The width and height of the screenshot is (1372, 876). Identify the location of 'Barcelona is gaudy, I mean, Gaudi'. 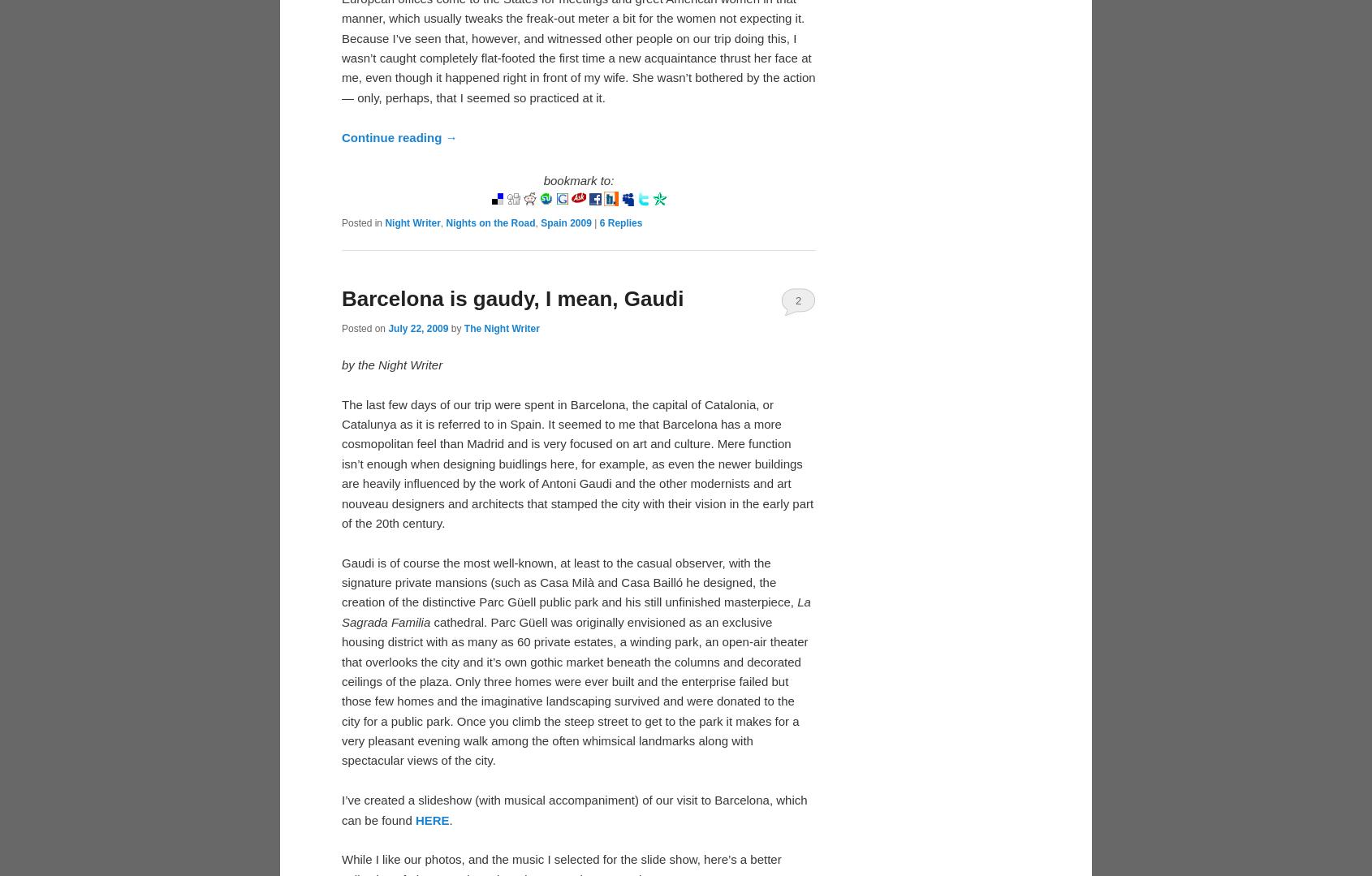
(340, 297).